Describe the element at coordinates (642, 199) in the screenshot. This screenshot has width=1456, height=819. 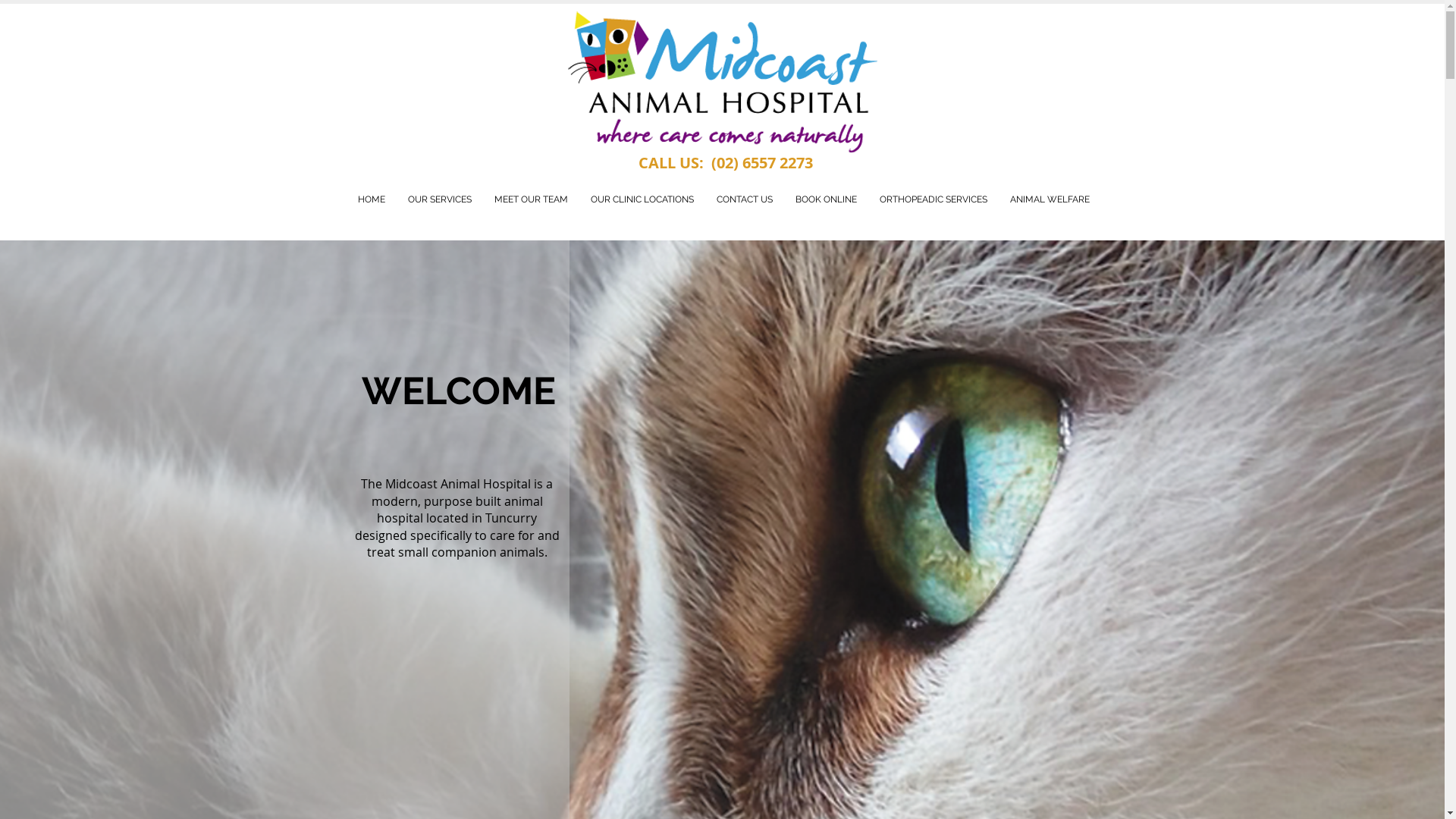
I see `'OUR CLINIC LOCATIONS'` at that location.